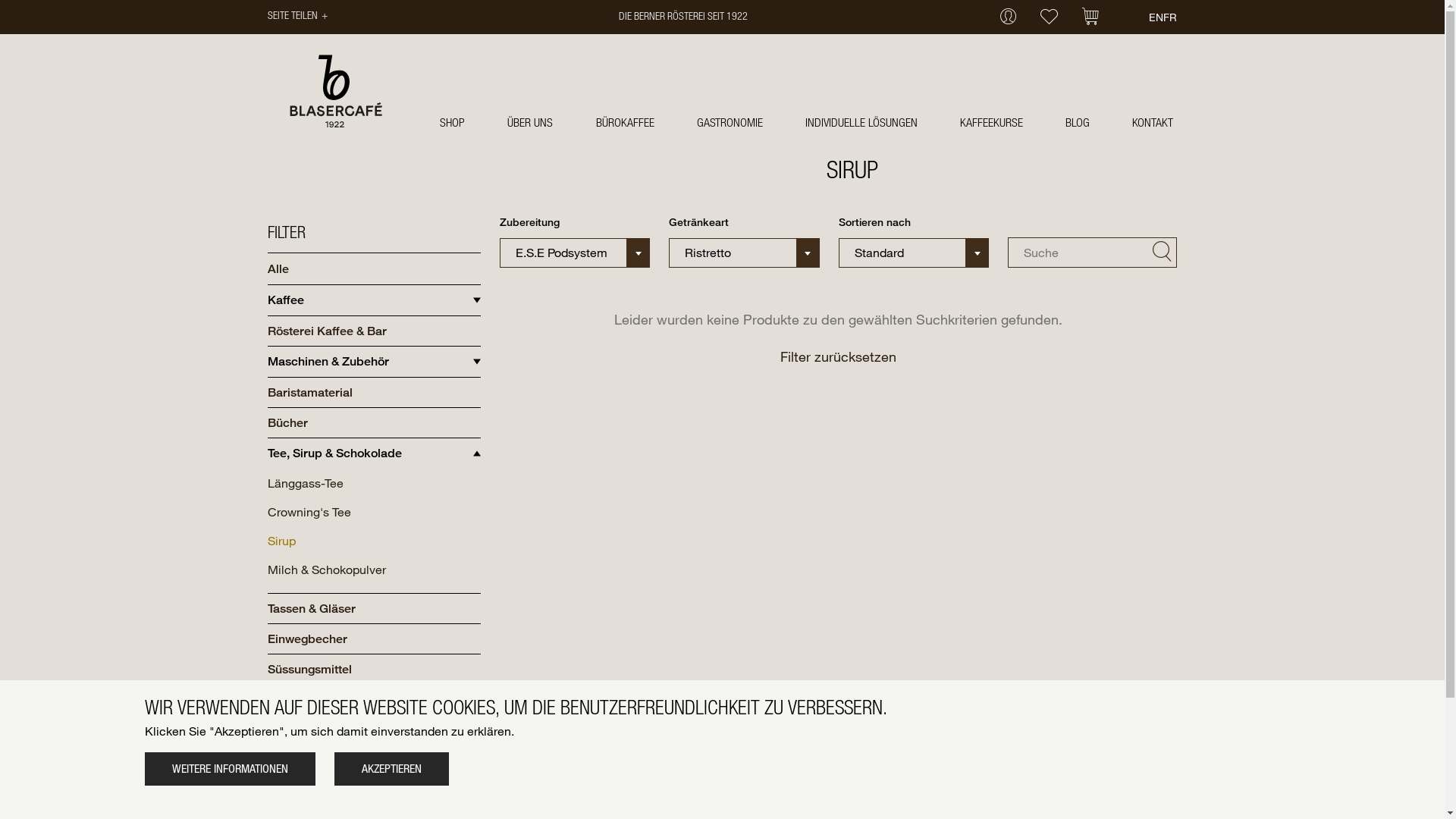  Describe the element at coordinates (1090, 17) in the screenshot. I see `'Warenkorb'` at that location.